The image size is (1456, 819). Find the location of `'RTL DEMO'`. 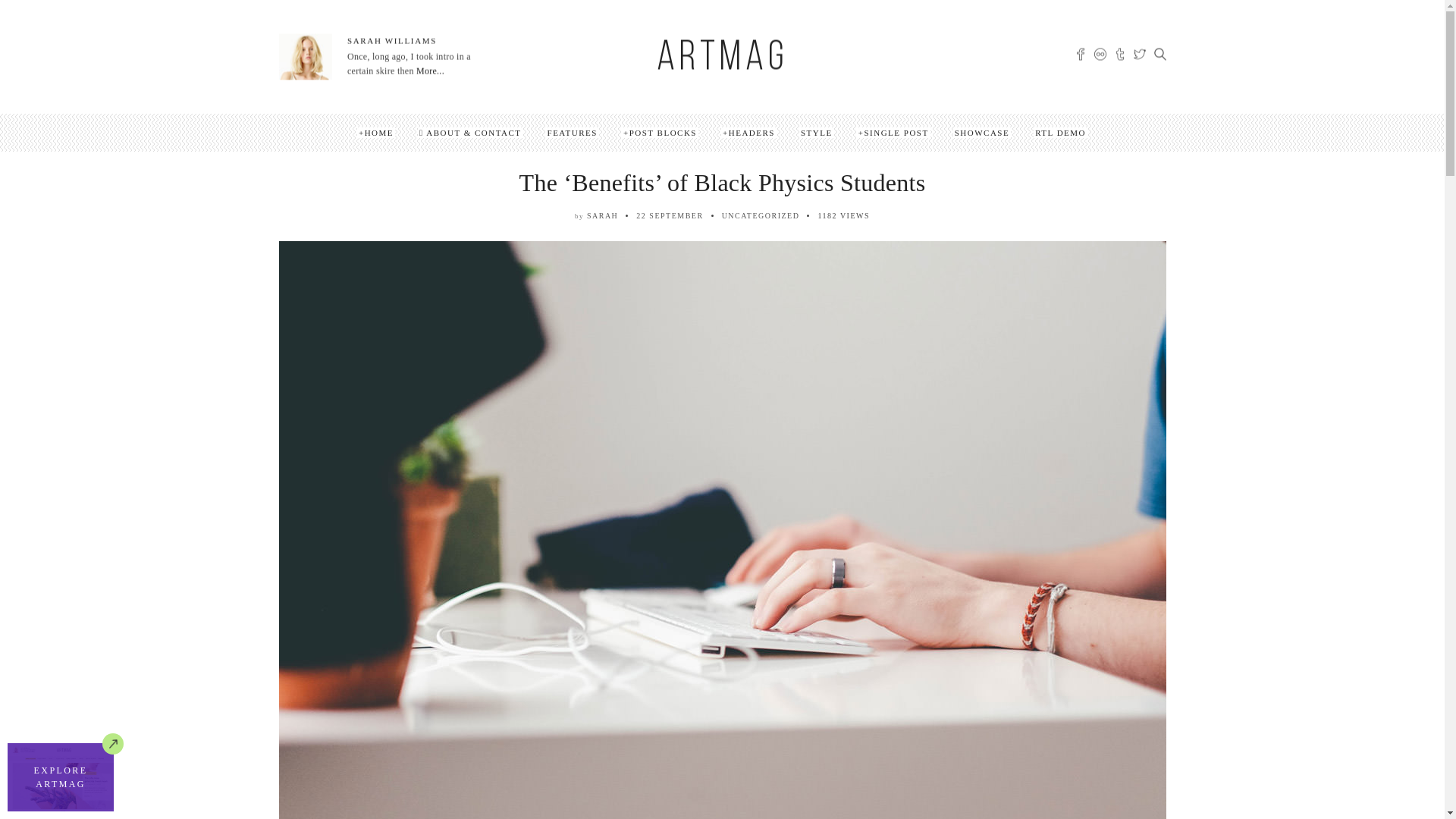

'RTL DEMO' is located at coordinates (1059, 131).